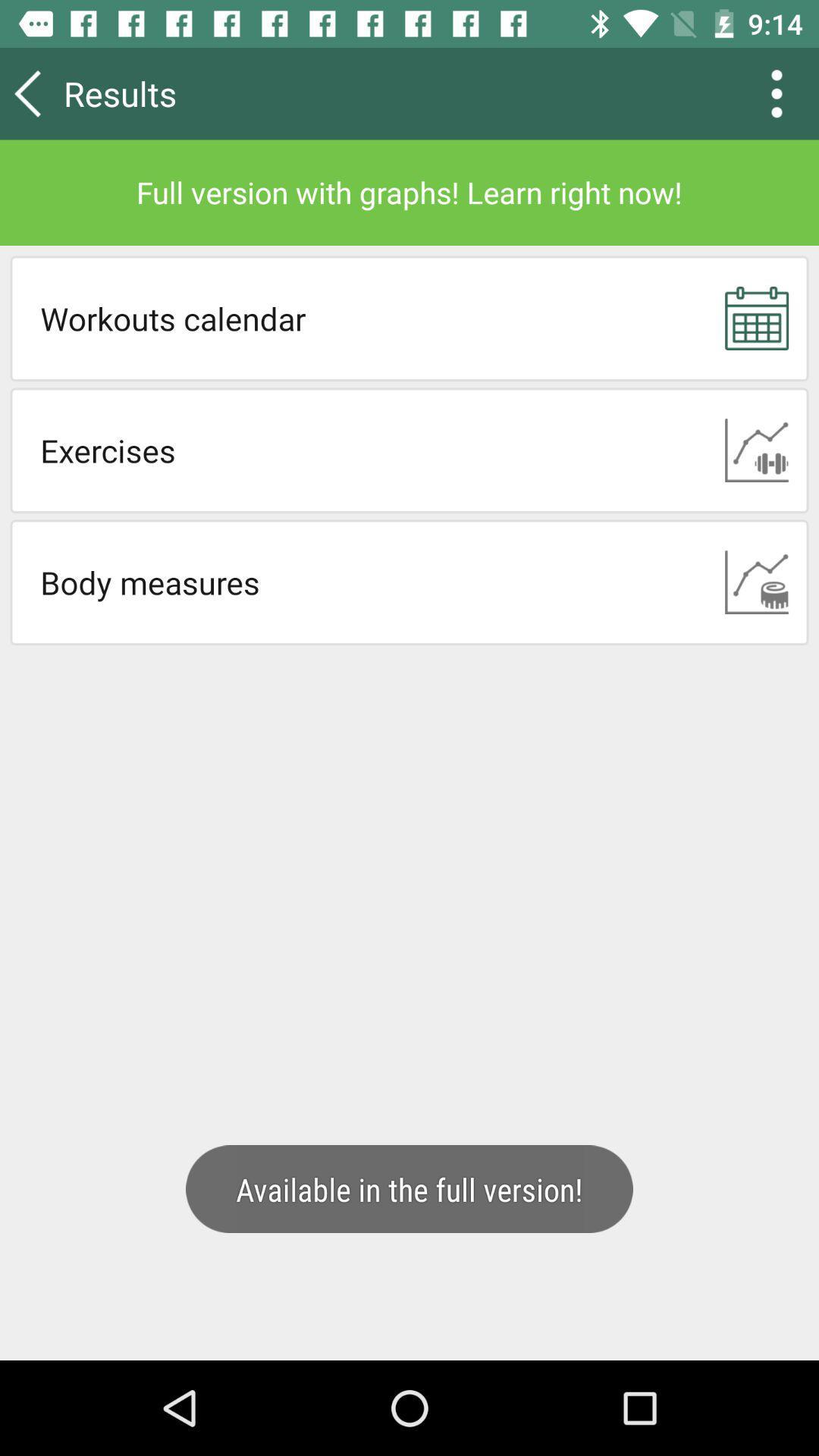 Image resolution: width=819 pixels, height=1456 pixels. What do you see at coordinates (782, 93) in the screenshot?
I see `the more icon` at bounding box center [782, 93].